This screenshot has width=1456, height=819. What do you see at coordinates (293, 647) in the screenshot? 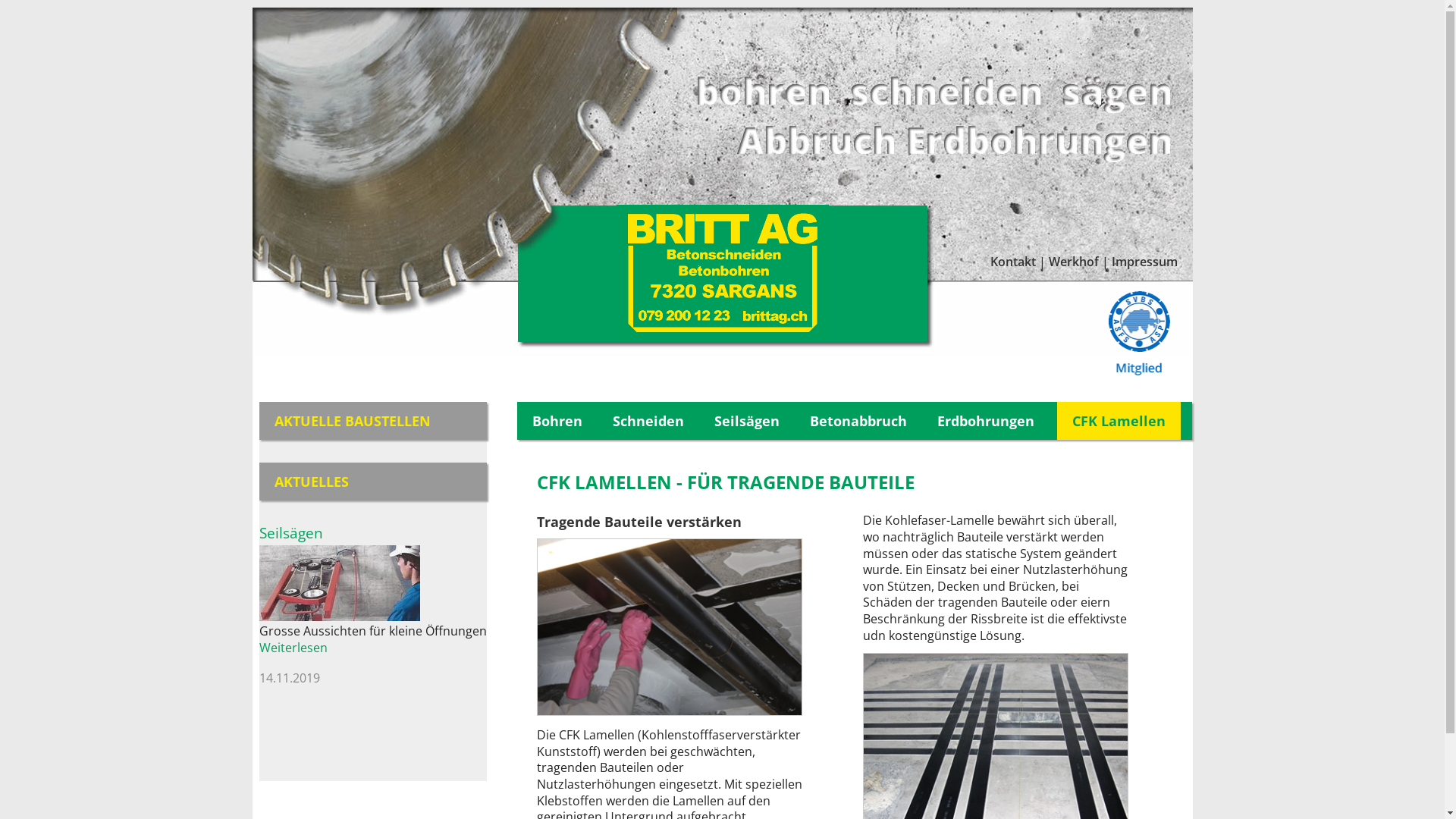
I see `'Weiterlesen'` at bounding box center [293, 647].